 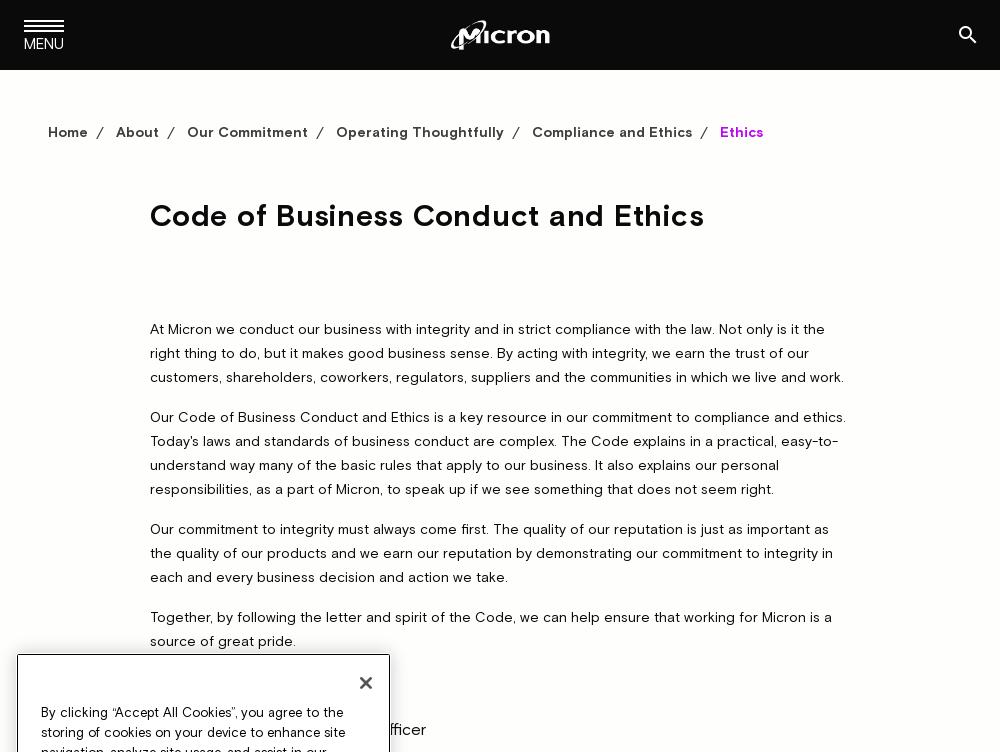 I want to click on 'Home', so click(x=67, y=130).